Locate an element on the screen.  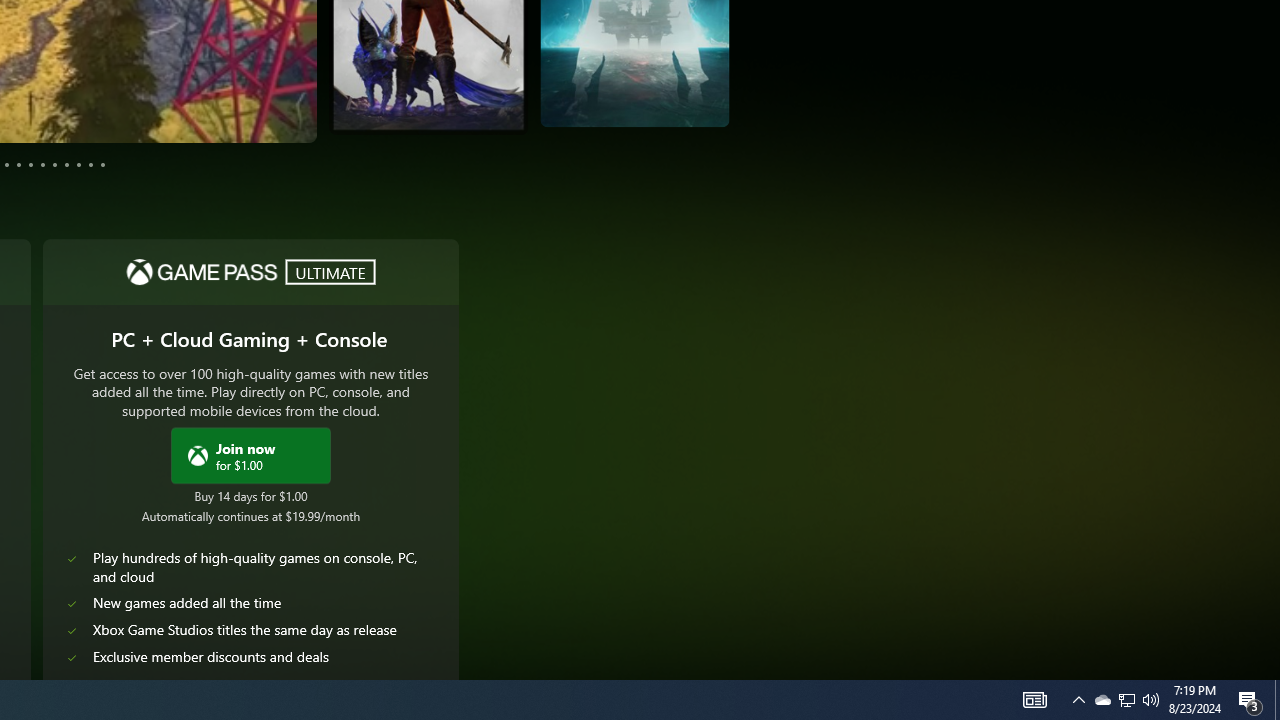
'Page 4' is located at coordinates (7, 163).